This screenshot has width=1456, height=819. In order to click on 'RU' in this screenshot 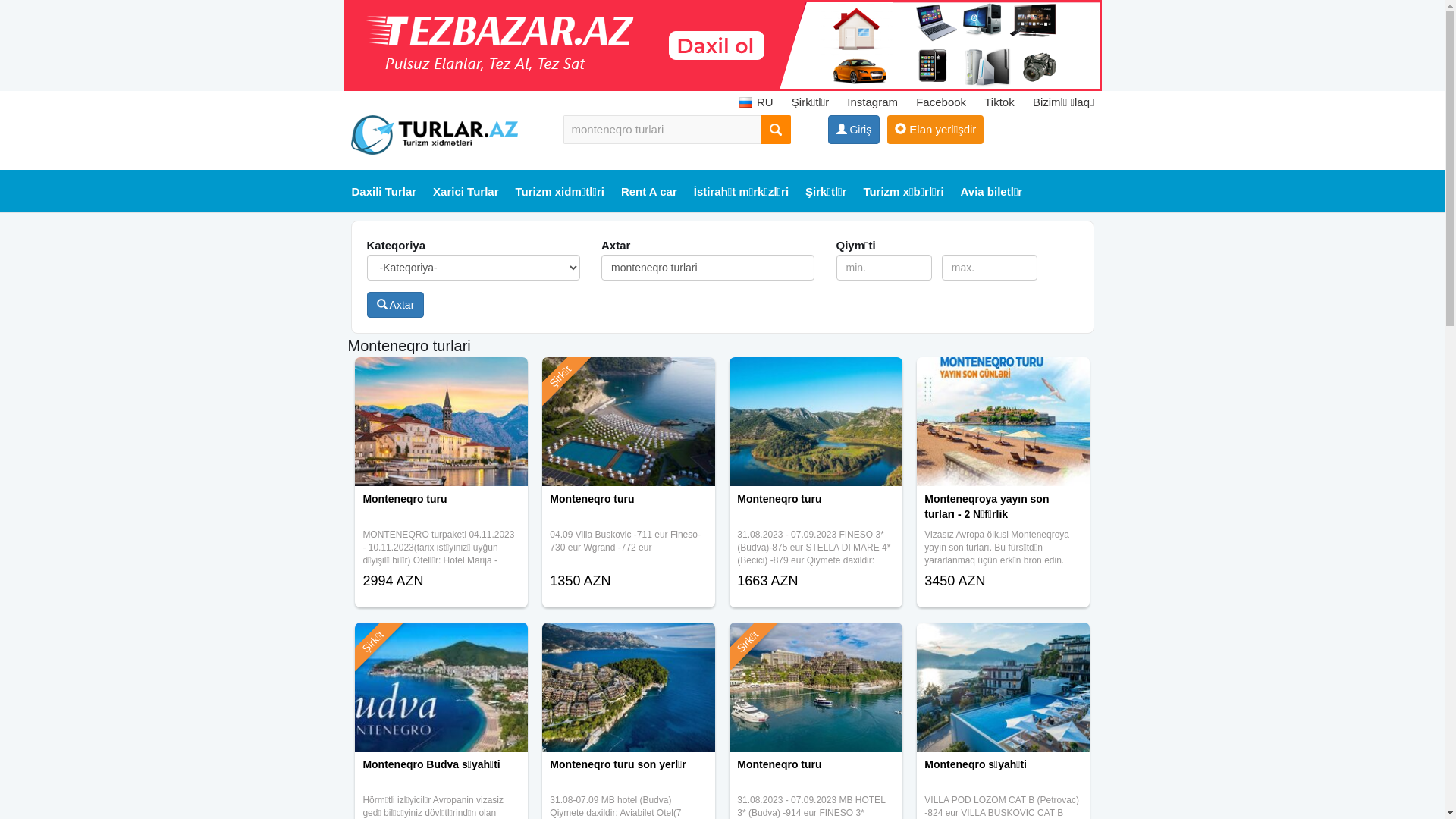, I will do `click(756, 102)`.